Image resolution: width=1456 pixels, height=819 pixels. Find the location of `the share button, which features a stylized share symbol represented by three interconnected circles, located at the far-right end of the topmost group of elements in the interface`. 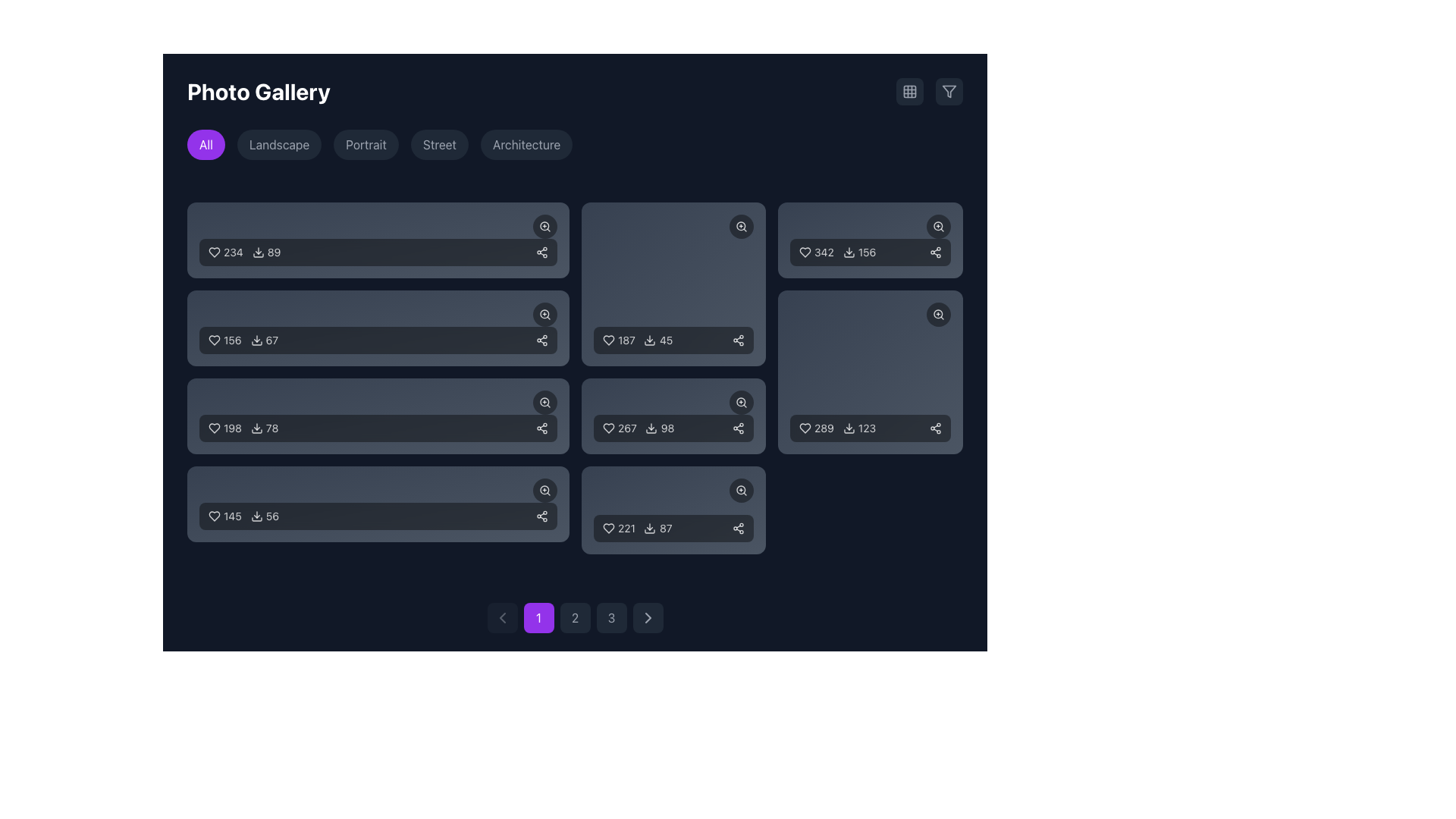

the share button, which features a stylized share symbol represented by three interconnected circles, located at the far-right end of the topmost group of elements in the interface is located at coordinates (541, 251).